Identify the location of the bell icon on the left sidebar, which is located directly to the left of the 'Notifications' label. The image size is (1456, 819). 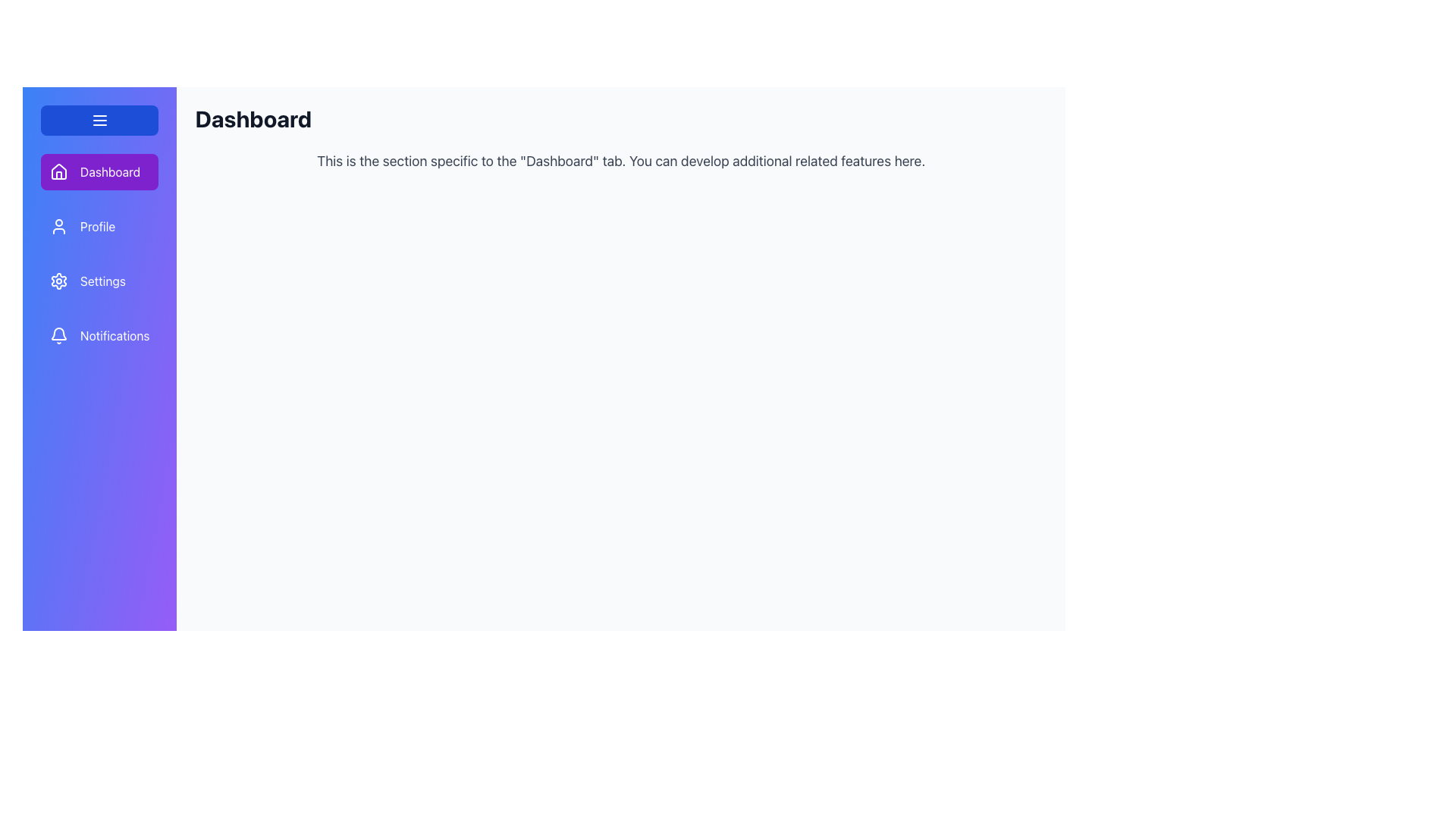
(58, 335).